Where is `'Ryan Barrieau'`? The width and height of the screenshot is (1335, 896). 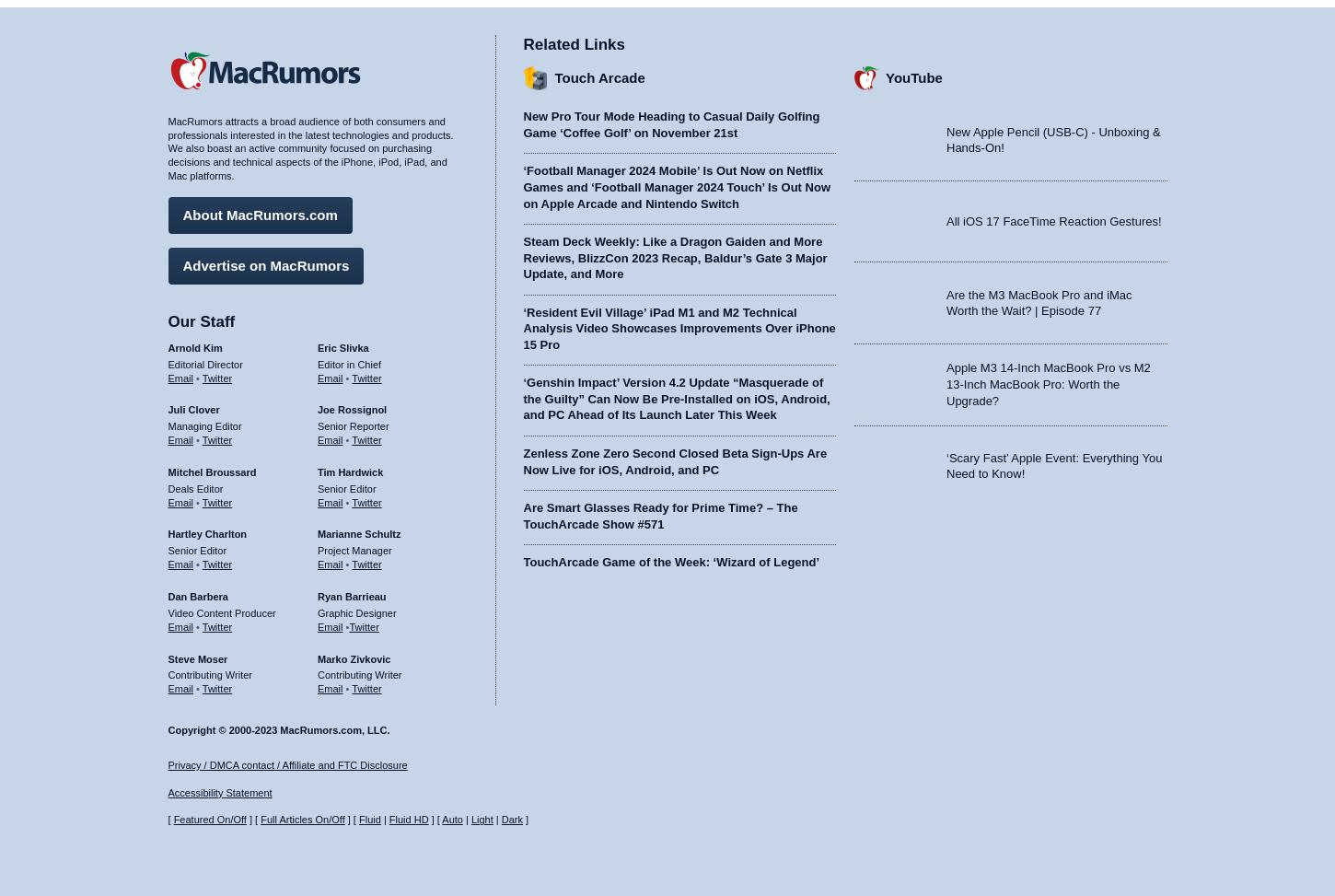
'Ryan Barrieau' is located at coordinates (350, 596).